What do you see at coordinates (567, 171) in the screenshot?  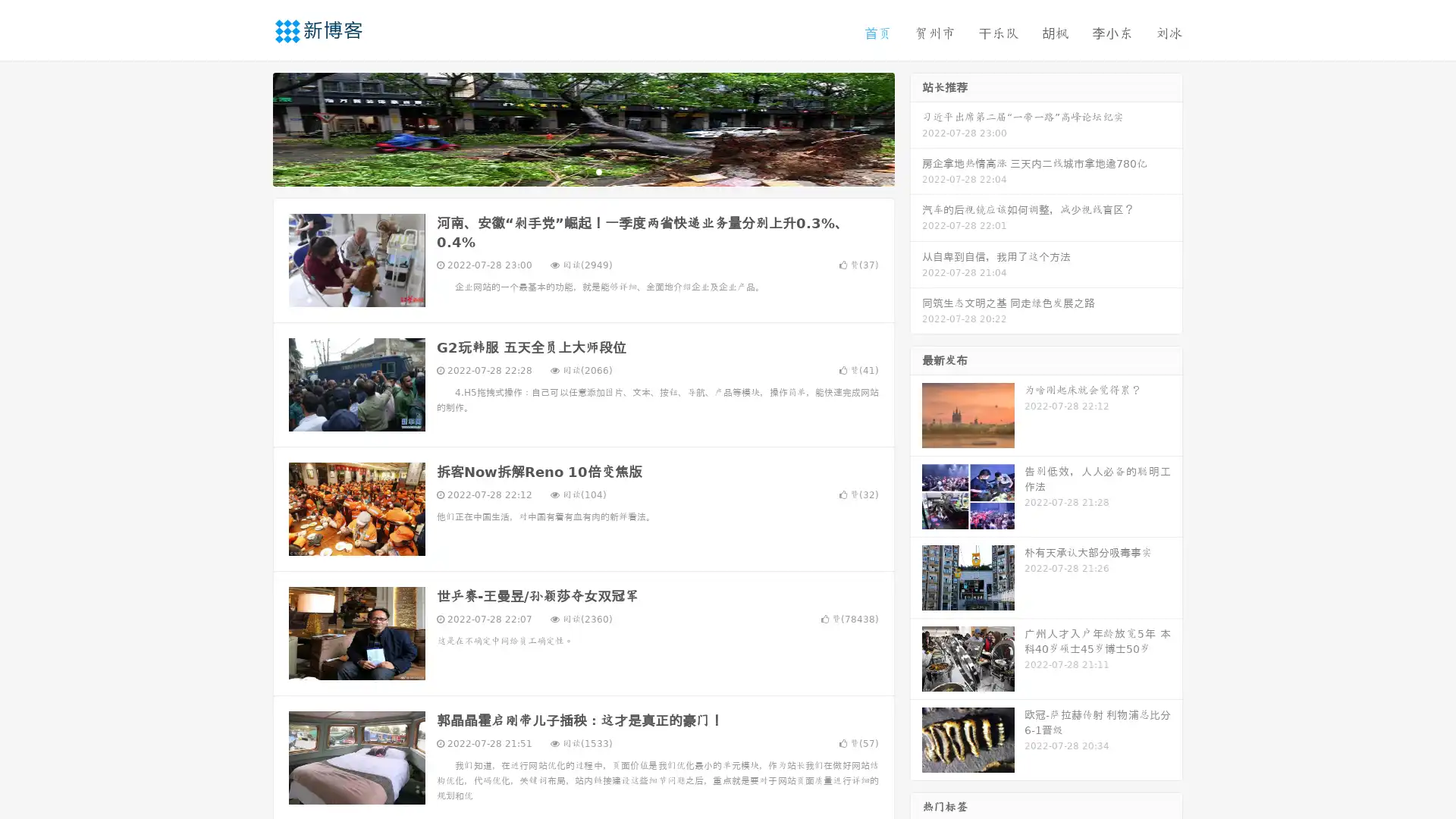 I see `Go to slide 1` at bounding box center [567, 171].